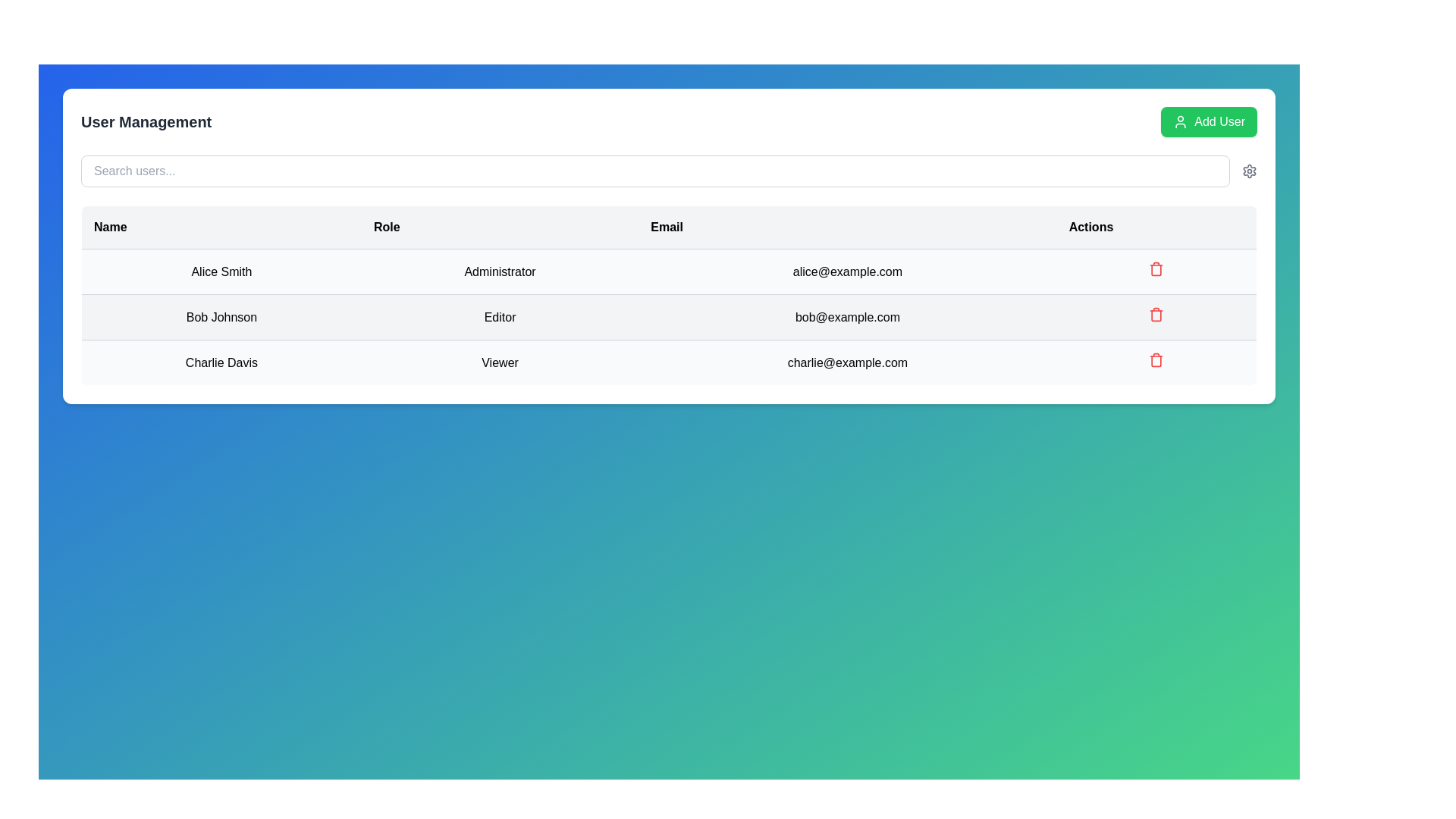 Image resolution: width=1456 pixels, height=819 pixels. What do you see at coordinates (221, 316) in the screenshot?
I see `text of the Text Label that displays the name 'Bob Johnson', located in the first cell of the row for user information, positioned vertically between the rows for 'Alice Smith' and 'Charlie Davis'` at bounding box center [221, 316].